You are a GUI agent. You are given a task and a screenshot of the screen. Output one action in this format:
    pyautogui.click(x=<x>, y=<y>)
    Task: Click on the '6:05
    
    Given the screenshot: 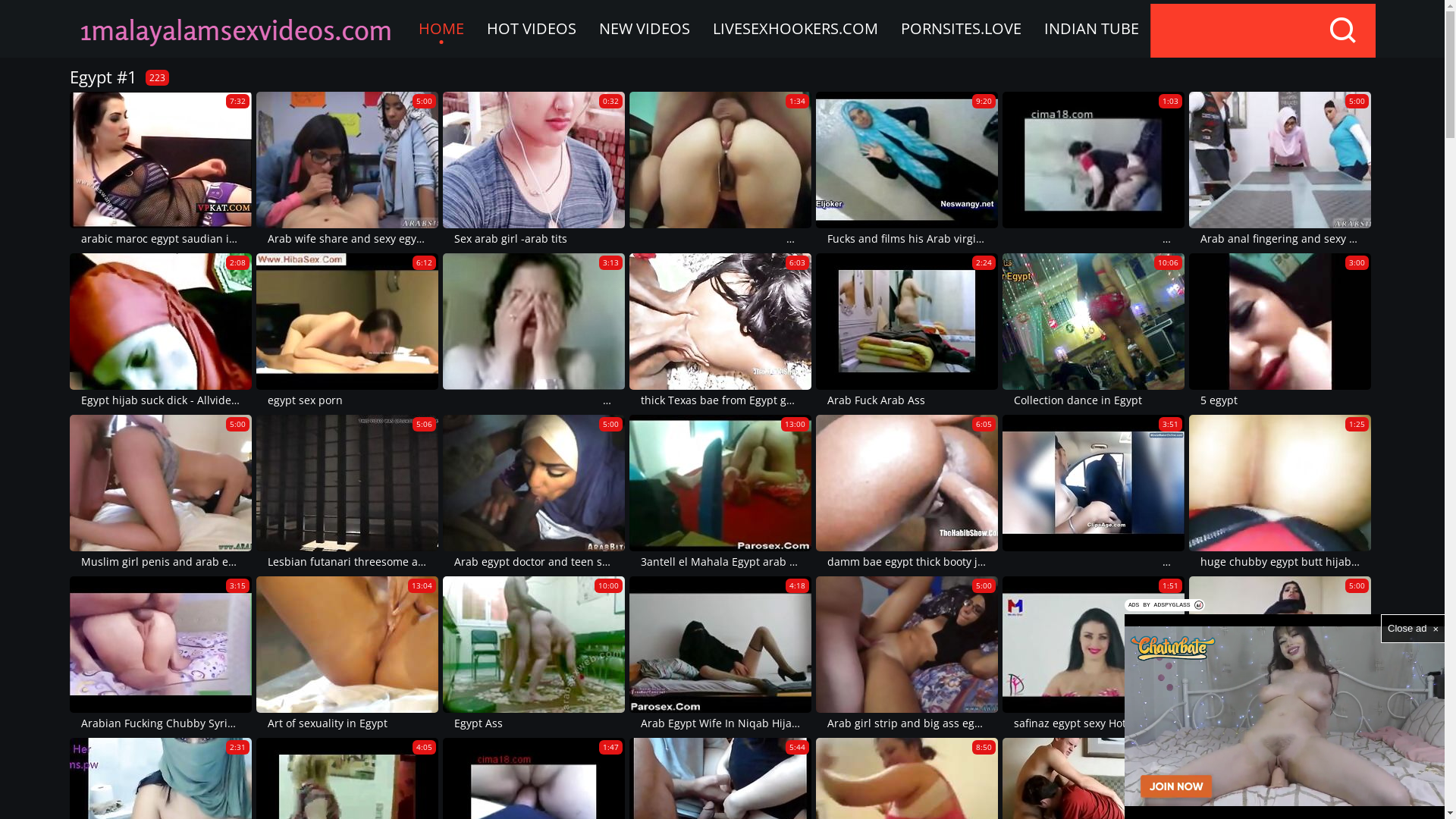 What is the action you would take?
    pyautogui.click(x=906, y=493)
    